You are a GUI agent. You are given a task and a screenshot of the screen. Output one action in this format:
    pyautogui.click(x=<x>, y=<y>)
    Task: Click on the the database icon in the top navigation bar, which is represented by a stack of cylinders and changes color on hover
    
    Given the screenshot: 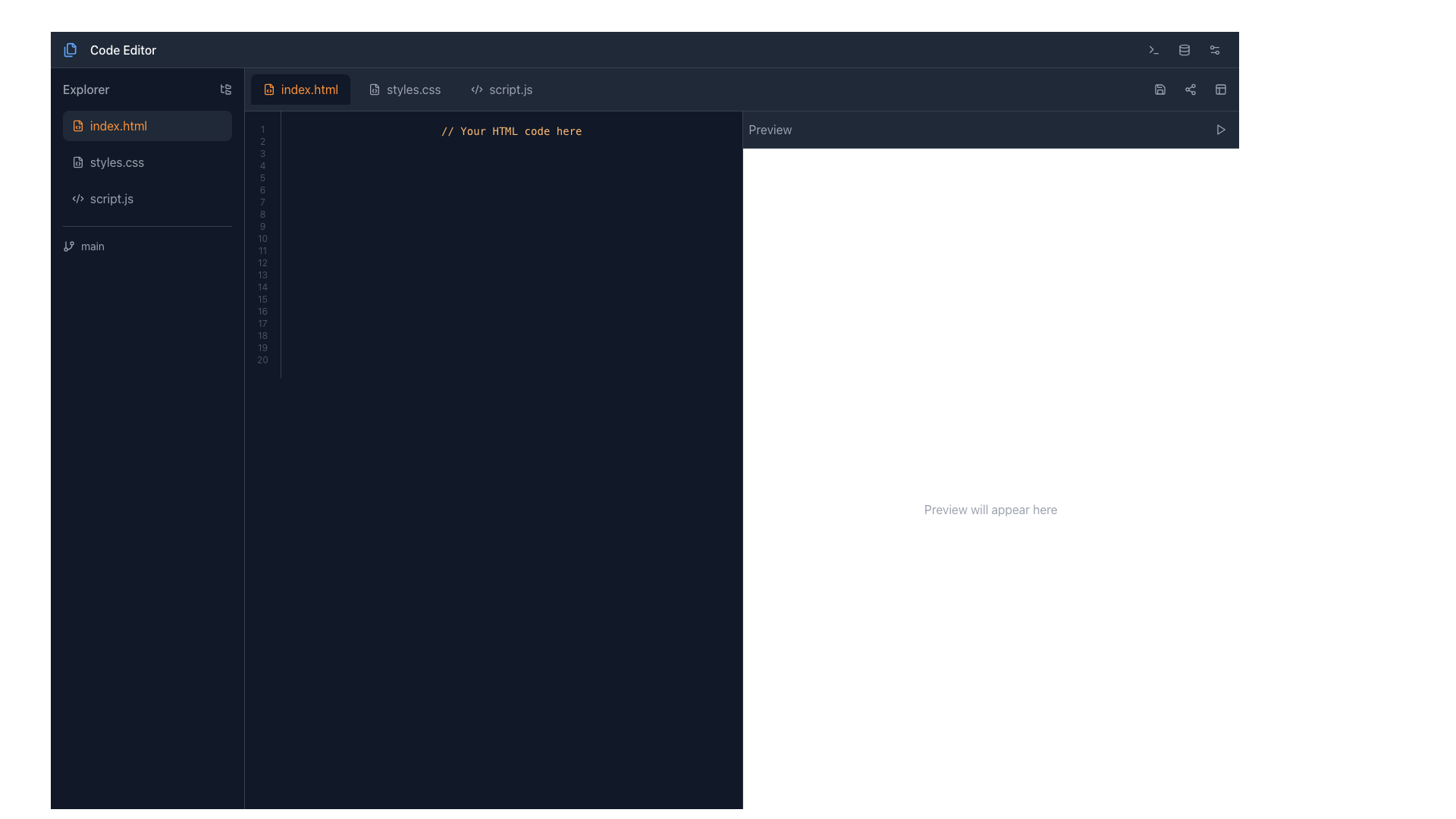 What is the action you would take?
    pyautogui.click(x=1183, y=49)
    